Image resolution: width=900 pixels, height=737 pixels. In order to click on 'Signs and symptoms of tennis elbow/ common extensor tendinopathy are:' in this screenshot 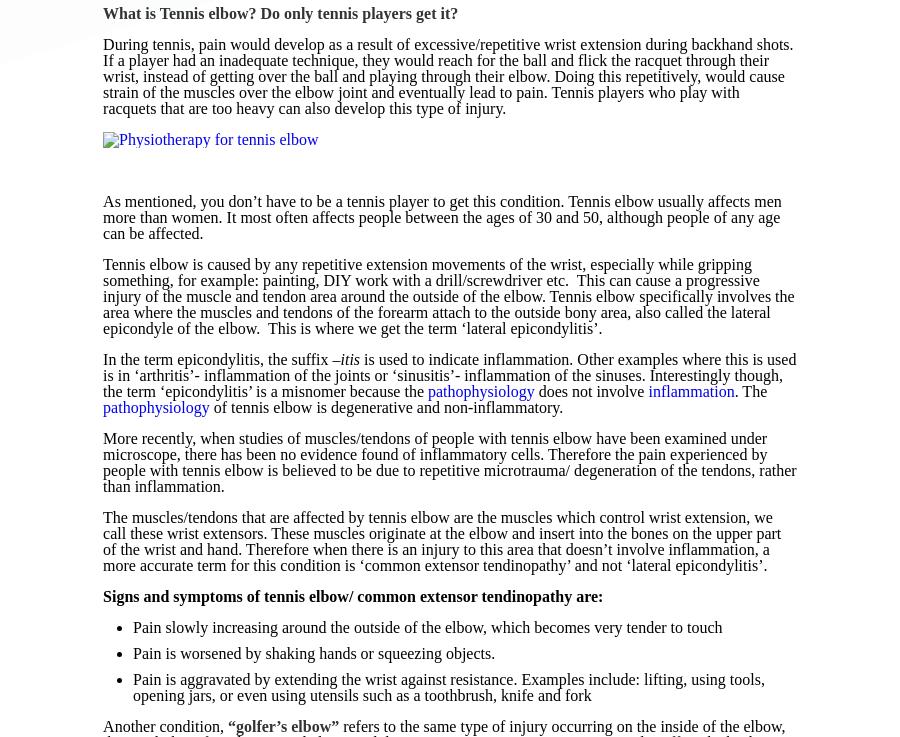, I will do `click(352, 595)`.